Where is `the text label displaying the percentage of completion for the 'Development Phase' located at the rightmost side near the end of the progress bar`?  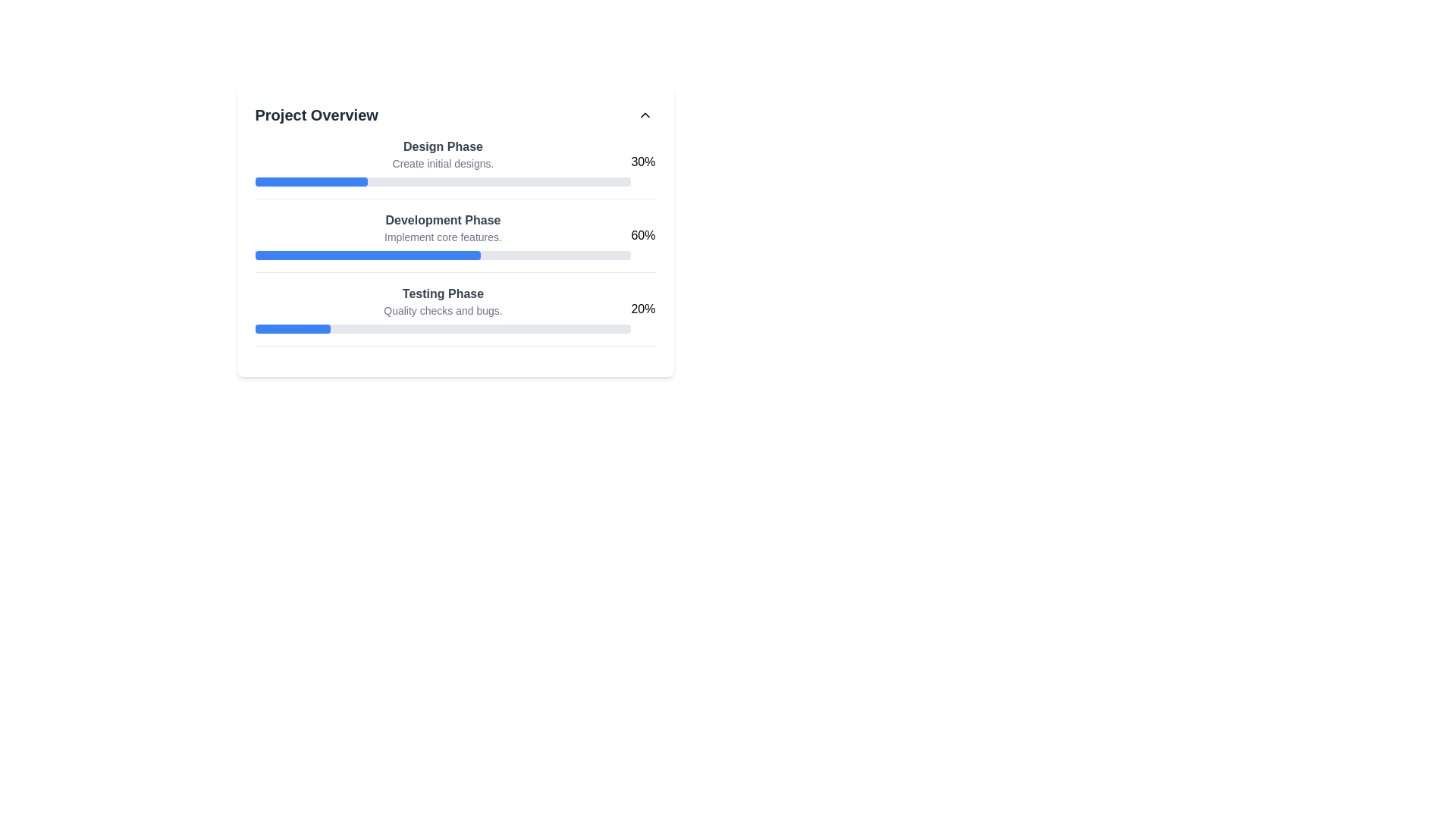
the text label displaying the percentage of completion for the 'Development Phase' located at the rightmost side near the end of the progress bar is located at coordinates (643, 235).